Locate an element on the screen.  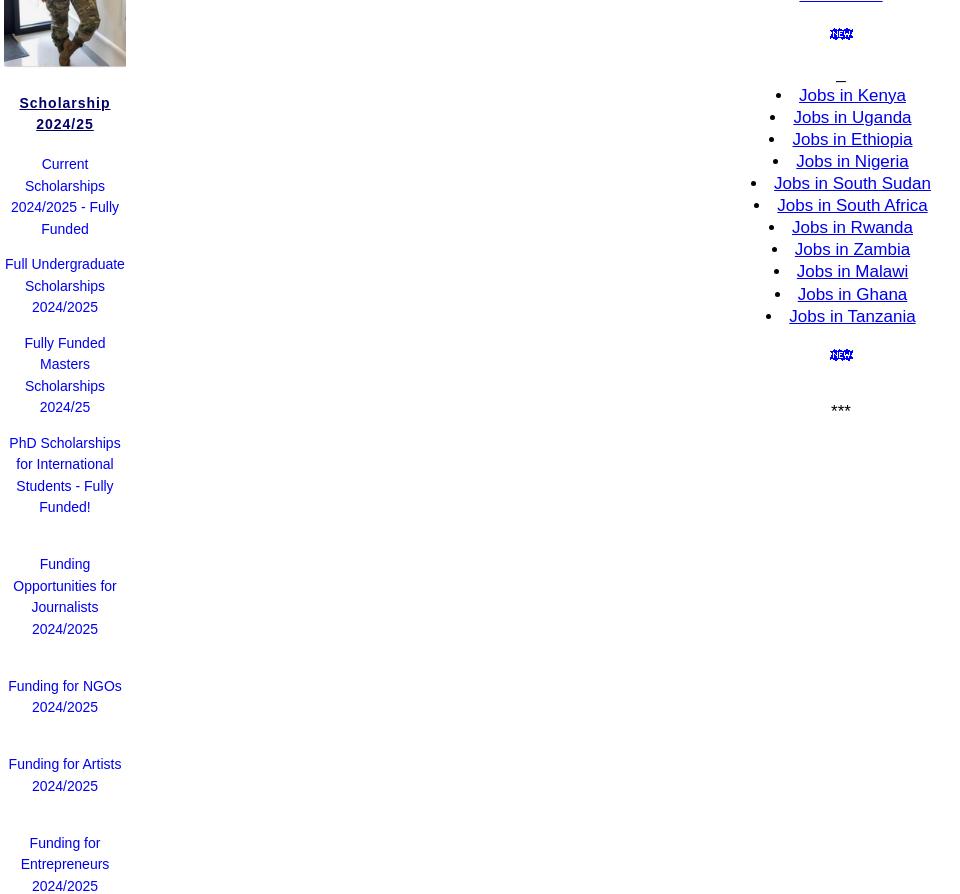
'Jobs in Zambia' is located at coordinates (794, 248).